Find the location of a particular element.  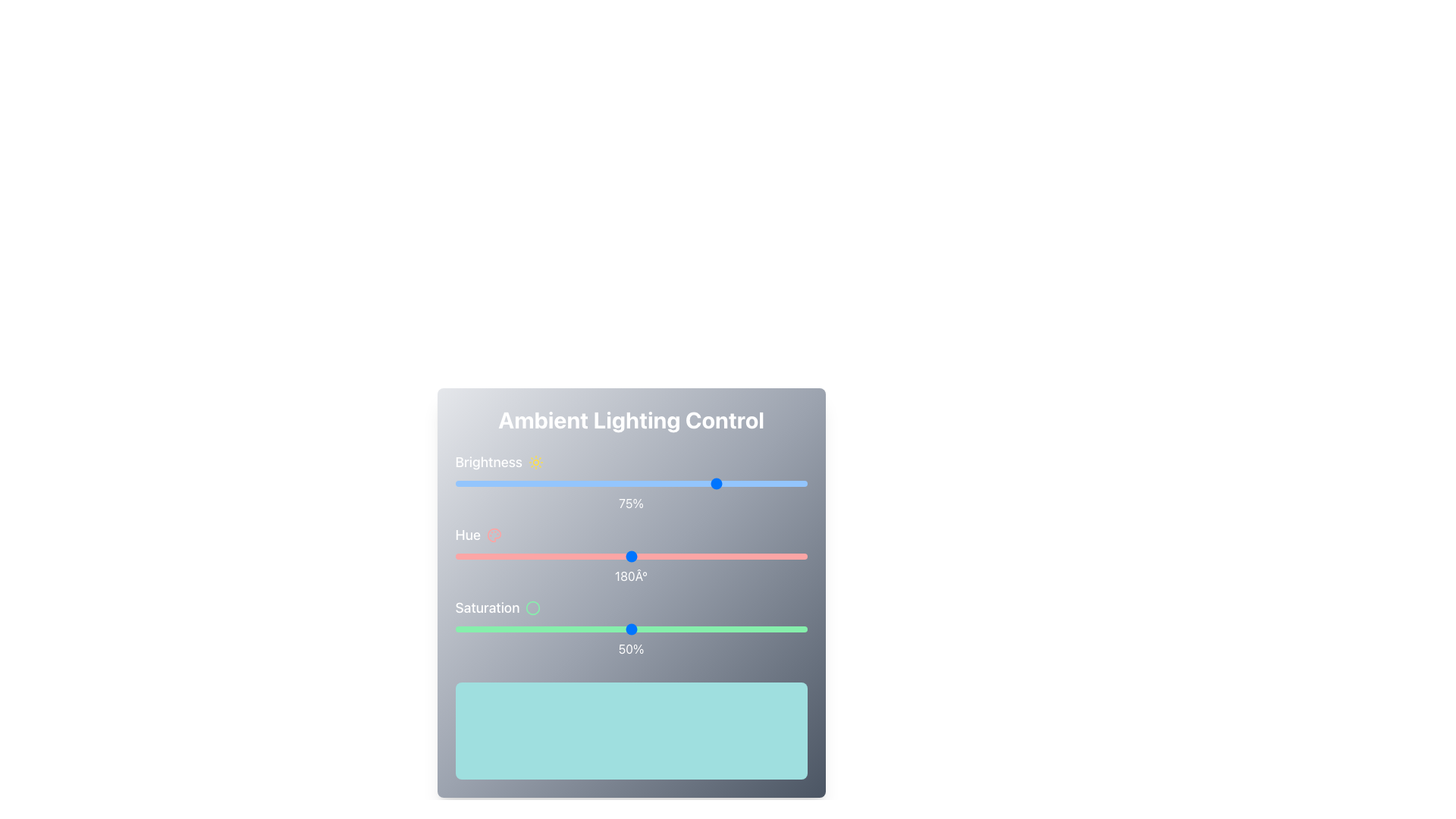

the Label displaying '180°' with a white font on a transparent background, located below the hue slider component is located at coordinates (631, 576).